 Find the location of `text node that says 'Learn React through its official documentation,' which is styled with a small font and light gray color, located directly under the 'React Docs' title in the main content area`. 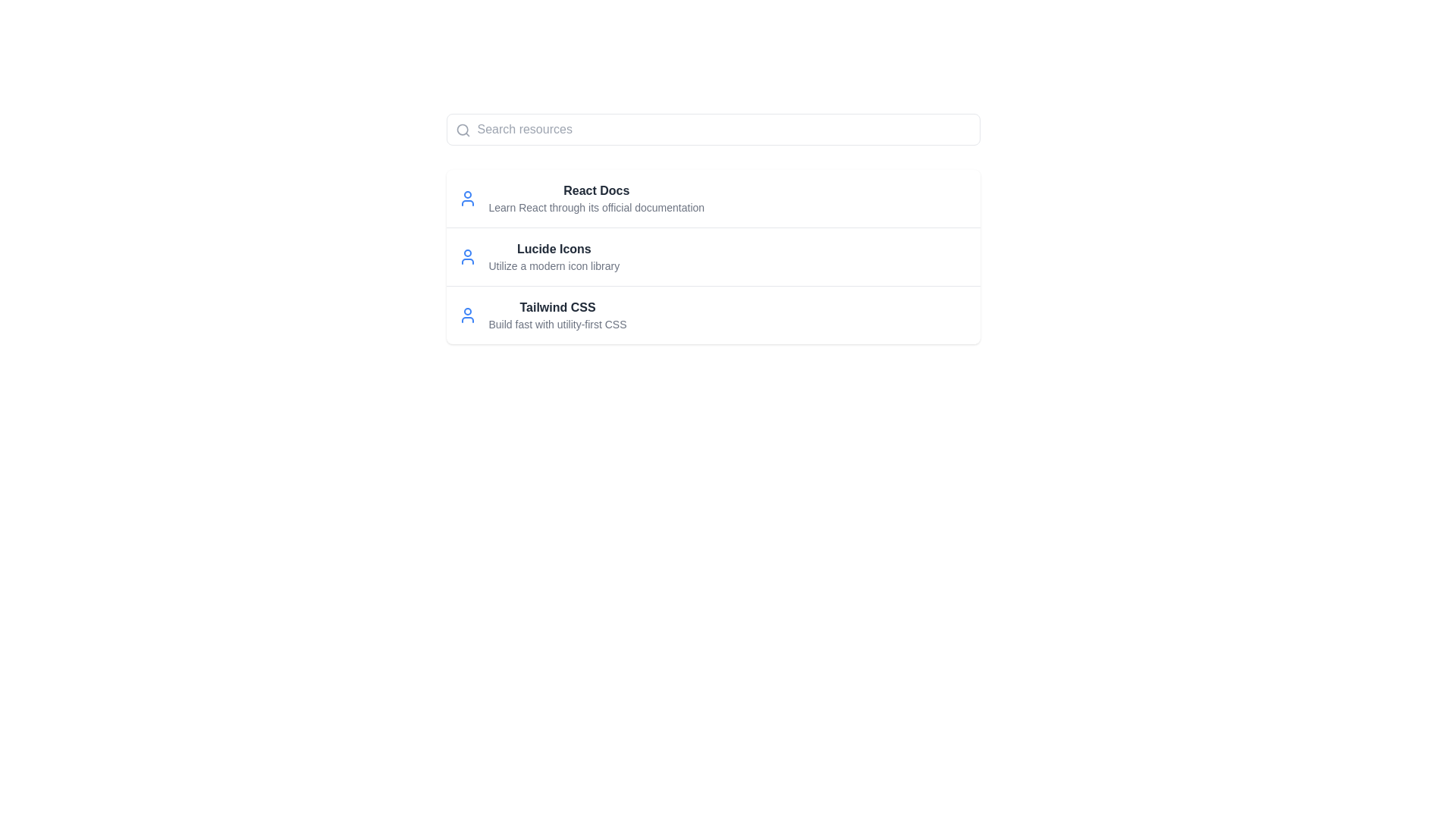

text node that says 'Learn React through its official documentation,' which is styled with a small font and light gray color, located directly under the 'React Docs' title in the main content area is located at coordinates (595, 207).